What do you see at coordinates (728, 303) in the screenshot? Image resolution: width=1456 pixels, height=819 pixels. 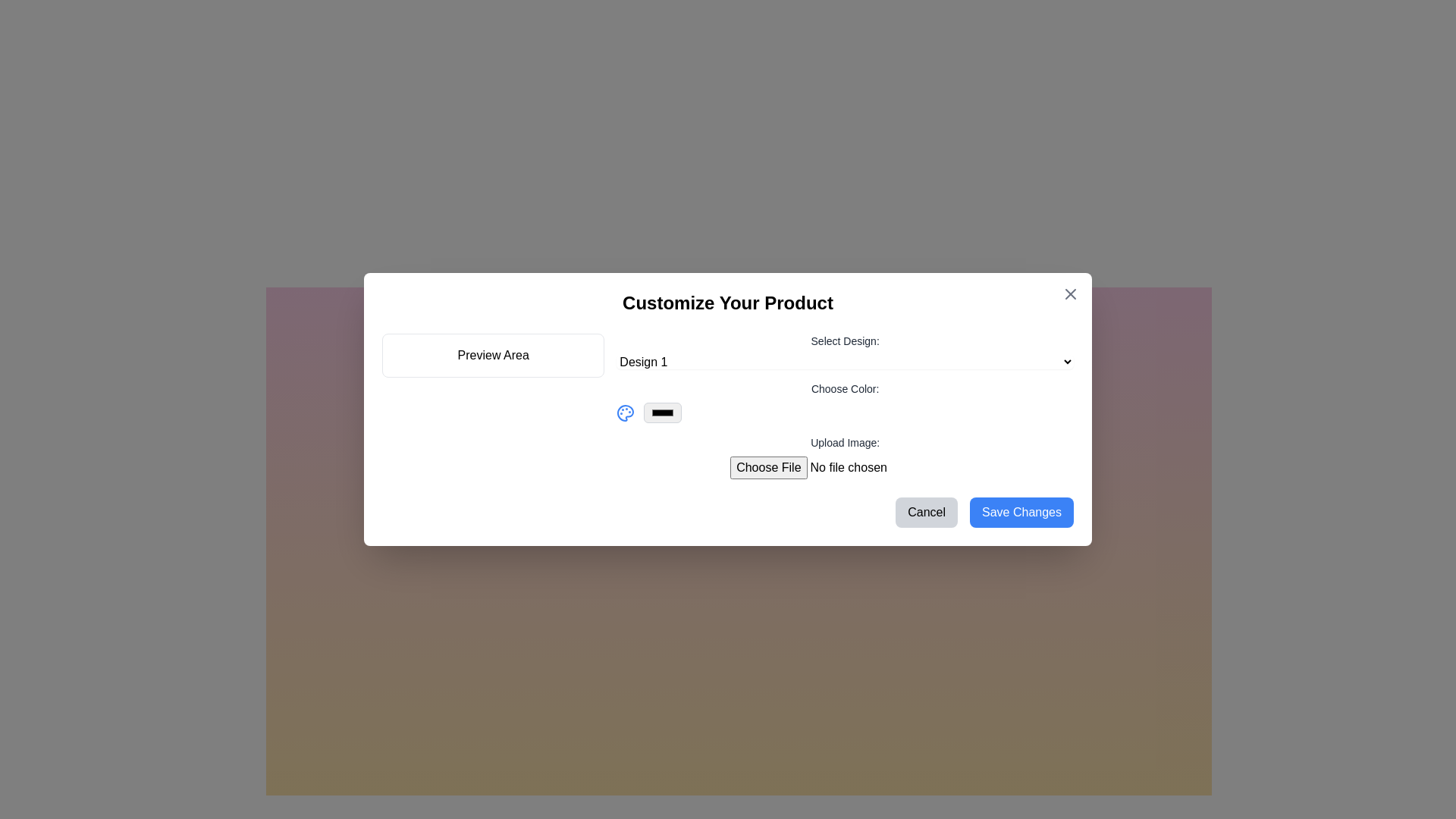 I see `the header element displaying the text 'Customize Your Product', which is a large, bold, centered title in black color` at bounding box center [728, 303].